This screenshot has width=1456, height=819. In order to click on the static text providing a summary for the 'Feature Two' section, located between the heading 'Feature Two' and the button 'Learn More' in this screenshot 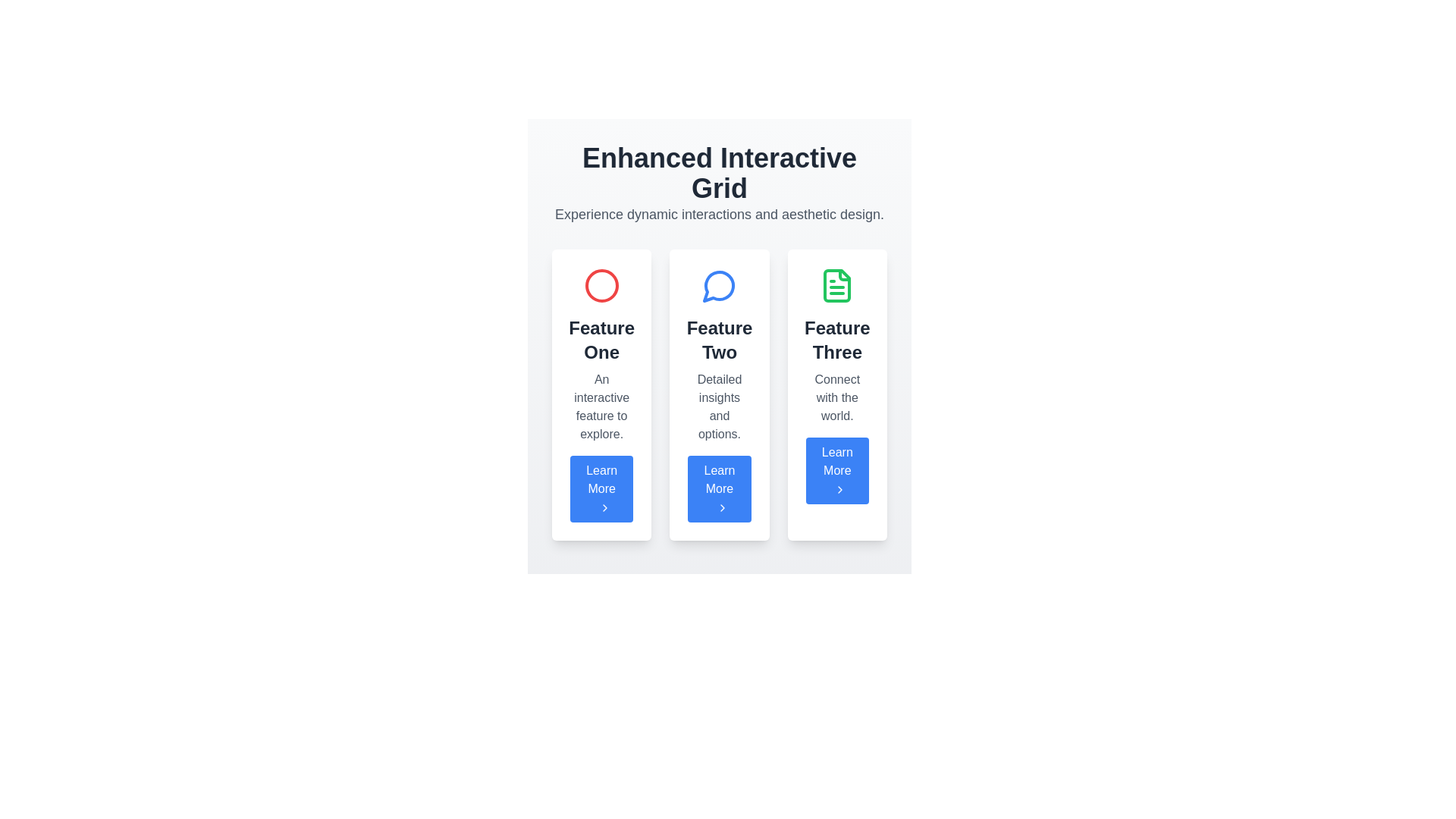, I will do `click(719, 406)`.